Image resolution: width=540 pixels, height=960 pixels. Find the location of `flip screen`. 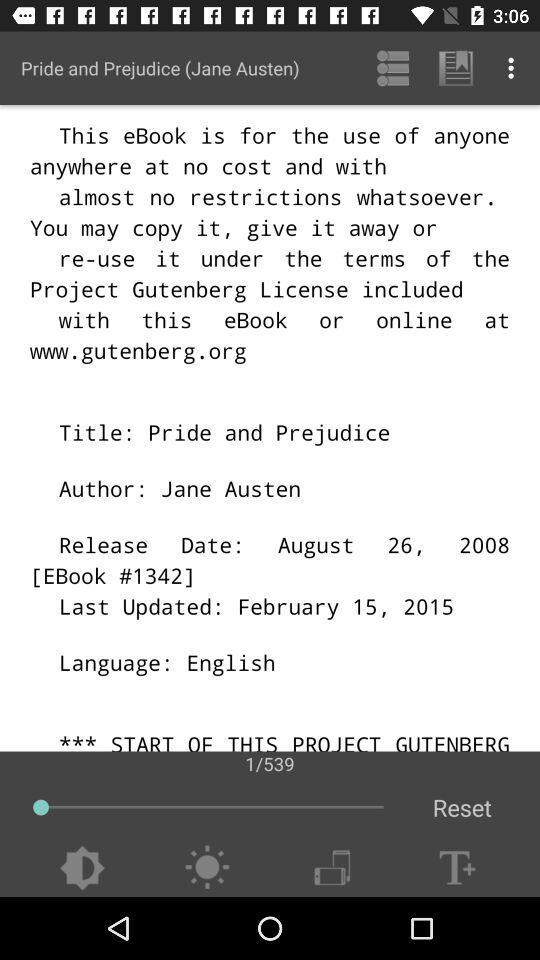

flip screen is located at coordinates (332, 867).